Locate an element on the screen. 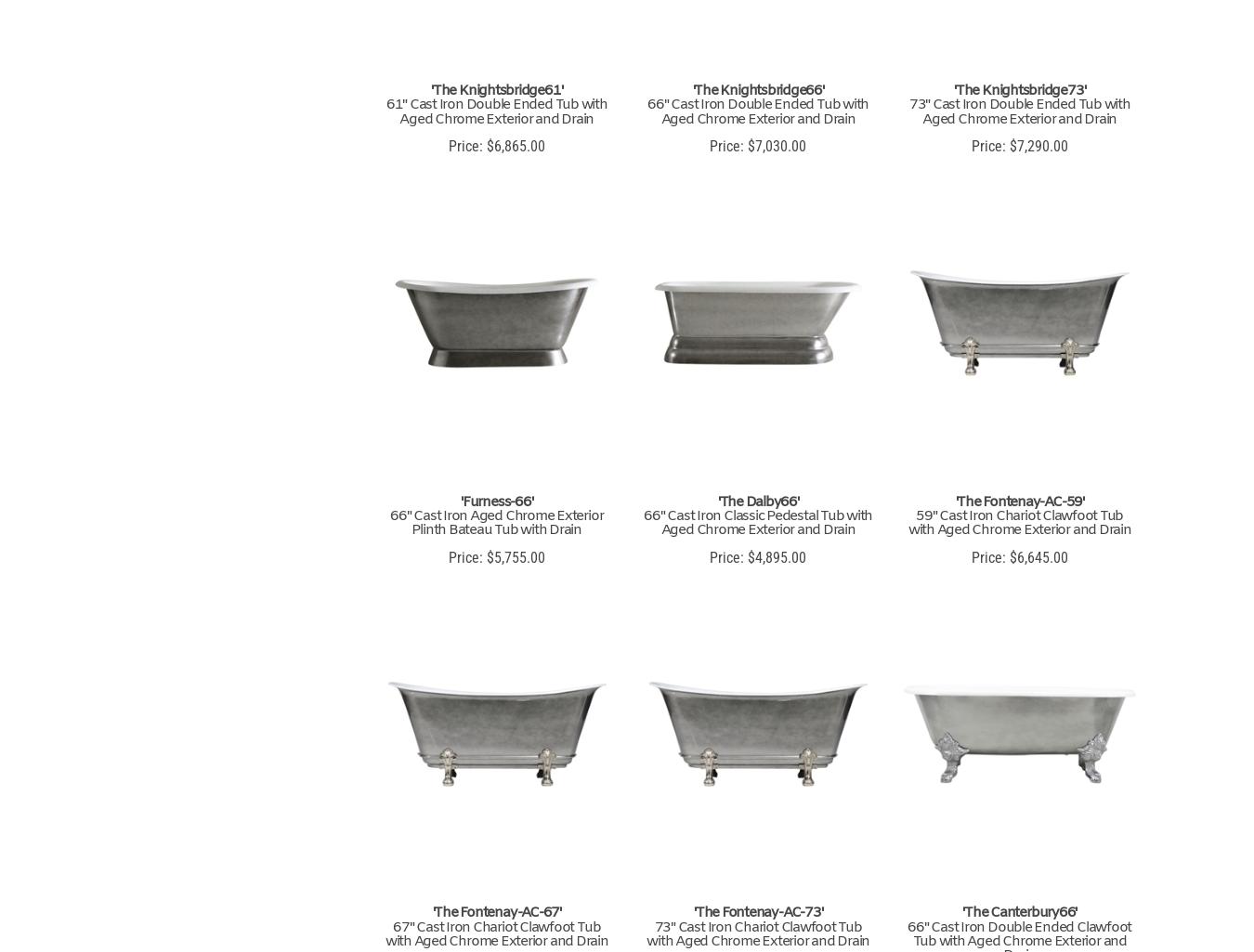 Image resolution: width=1254 pixels, height=952 pixels. '66" Cast Iron Double Ended Tub with Aged Chrome Exterior and Drain' is located at coordinates (757, 111).